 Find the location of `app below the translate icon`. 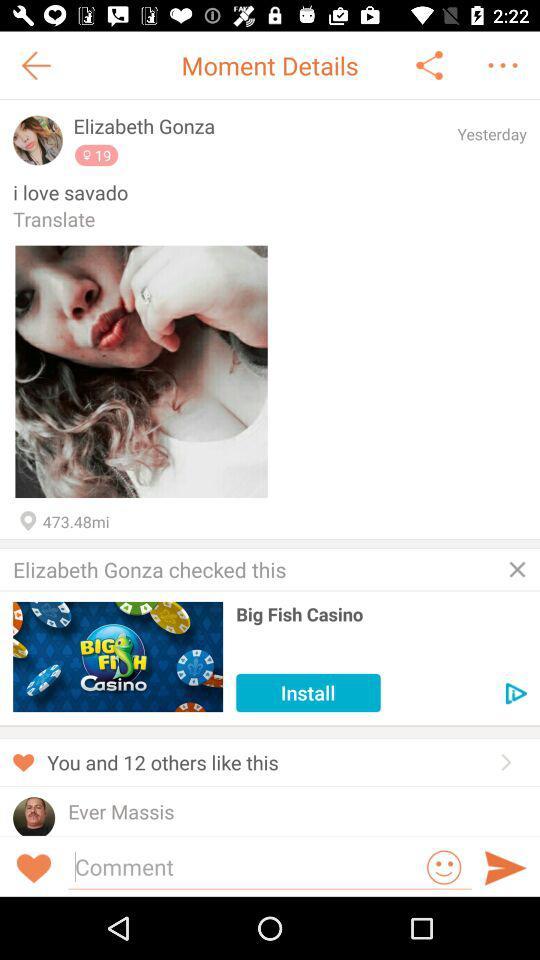

app below the translate icon is located at coordinates (140, 370).